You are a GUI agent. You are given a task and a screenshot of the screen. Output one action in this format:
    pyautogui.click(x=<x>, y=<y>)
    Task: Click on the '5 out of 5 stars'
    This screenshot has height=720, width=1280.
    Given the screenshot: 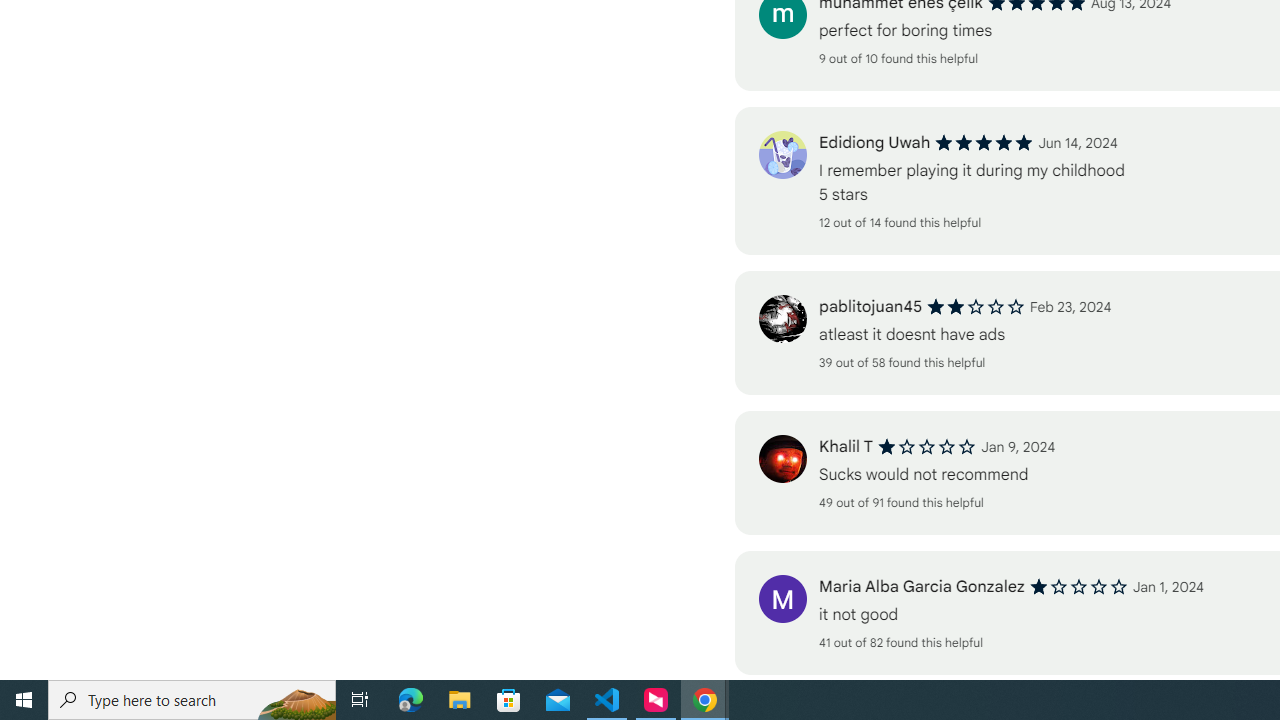 What is the action you would take?
    pyautogui.click(x=984, y=141)
    